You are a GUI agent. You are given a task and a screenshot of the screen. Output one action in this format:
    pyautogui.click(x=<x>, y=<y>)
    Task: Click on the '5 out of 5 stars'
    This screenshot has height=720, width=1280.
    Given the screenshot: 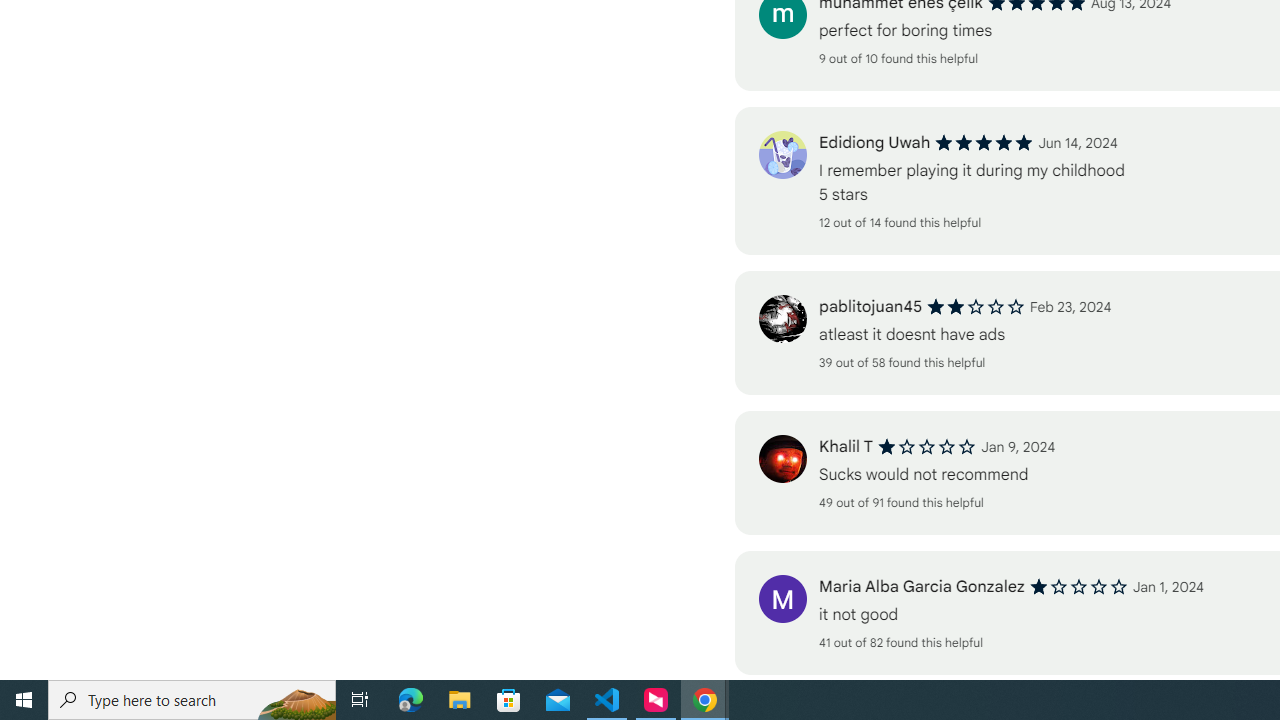 What is the action you would take?
    pyautogui.click(x=984, y=141)
    